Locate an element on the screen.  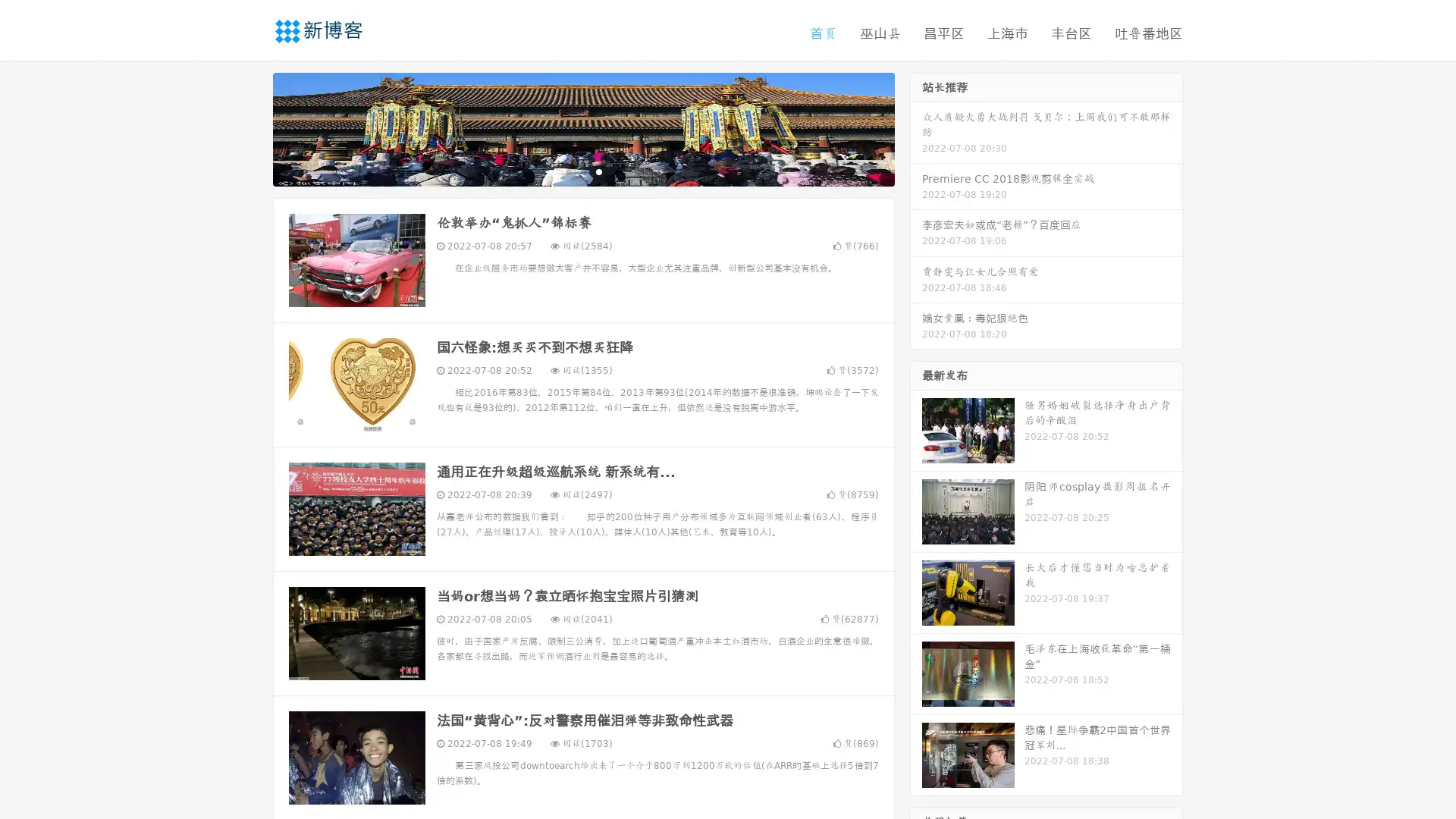
Previous slide is located at coordinates (250, 127).